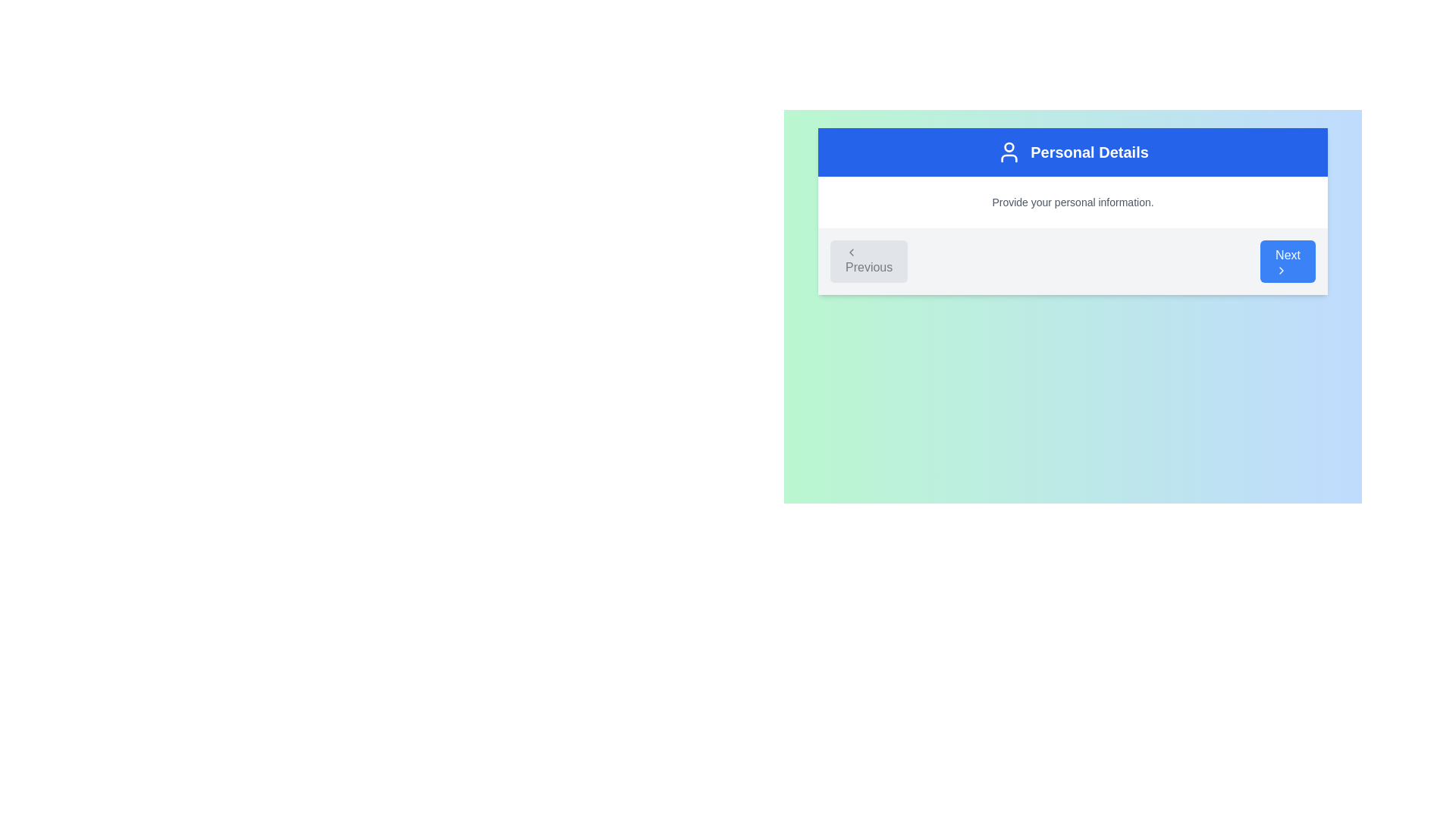 The image size is (1456, 819). Describe the element at coordinates (1287, 260) in the screenshot. I see `the navigation button located on the far right of the horizontal bar to proceed to the next step` at that location.